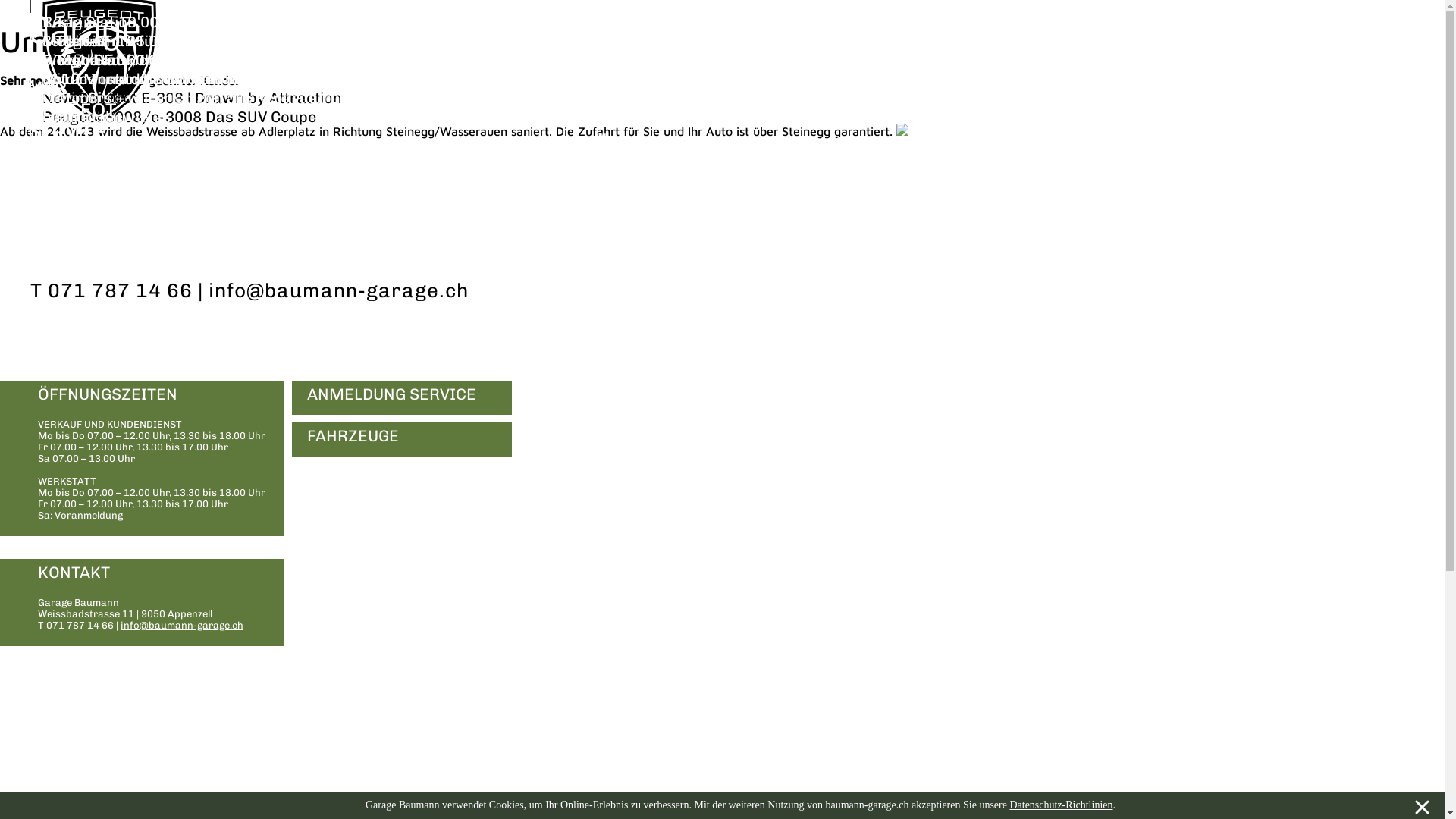 The width and height of the screenshot is (1456, 819). I want to click on 'New Peugeot E-308 l Drawn by Attraction', so click(191, 97).